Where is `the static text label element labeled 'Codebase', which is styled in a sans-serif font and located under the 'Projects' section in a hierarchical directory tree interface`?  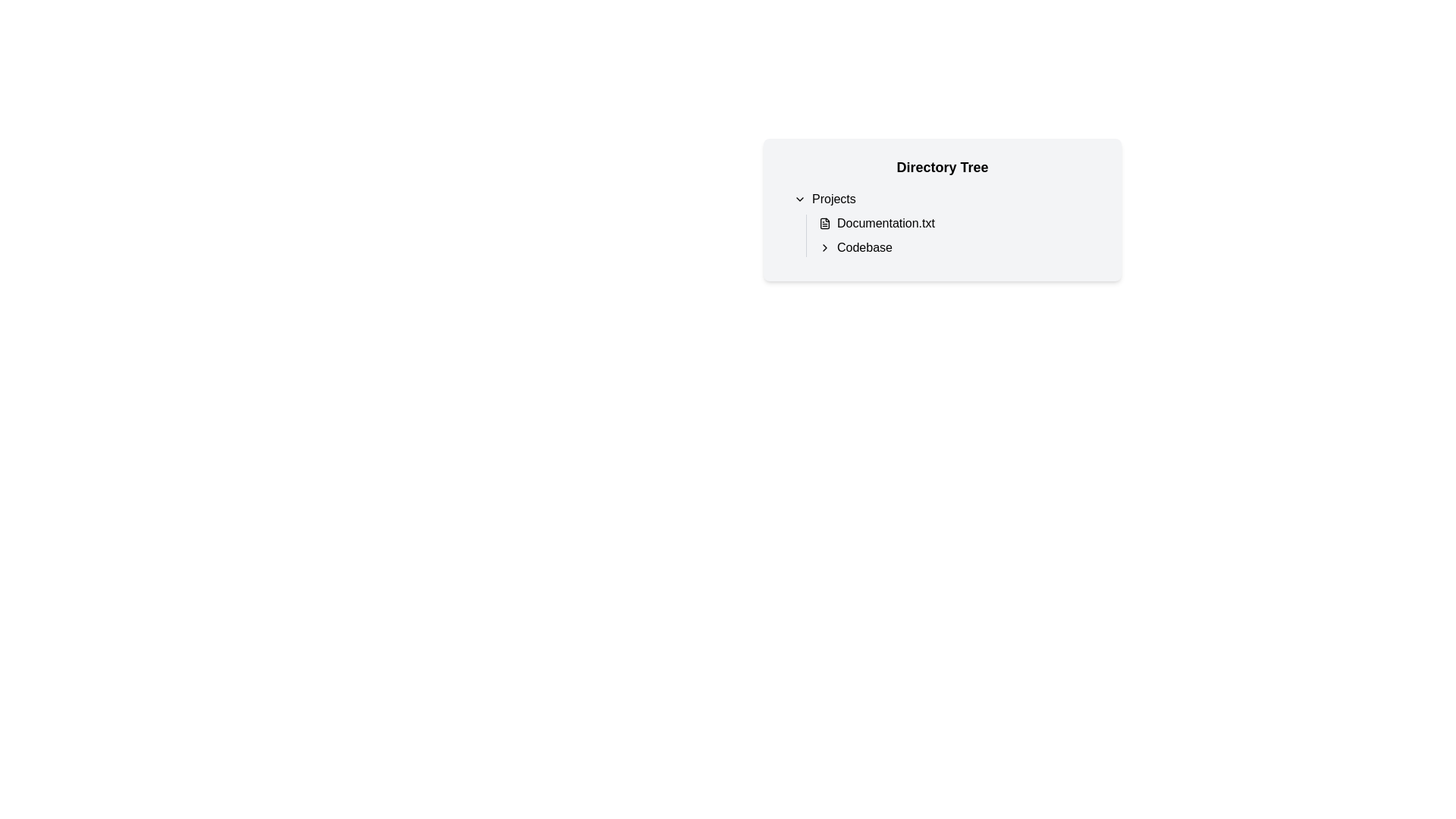 the static text label element labeled 'Codebase', which is styled in a sans-serif font and located under the 'Projects' section in a hierarchical directory tree interface is located at coordinates (864, 247).